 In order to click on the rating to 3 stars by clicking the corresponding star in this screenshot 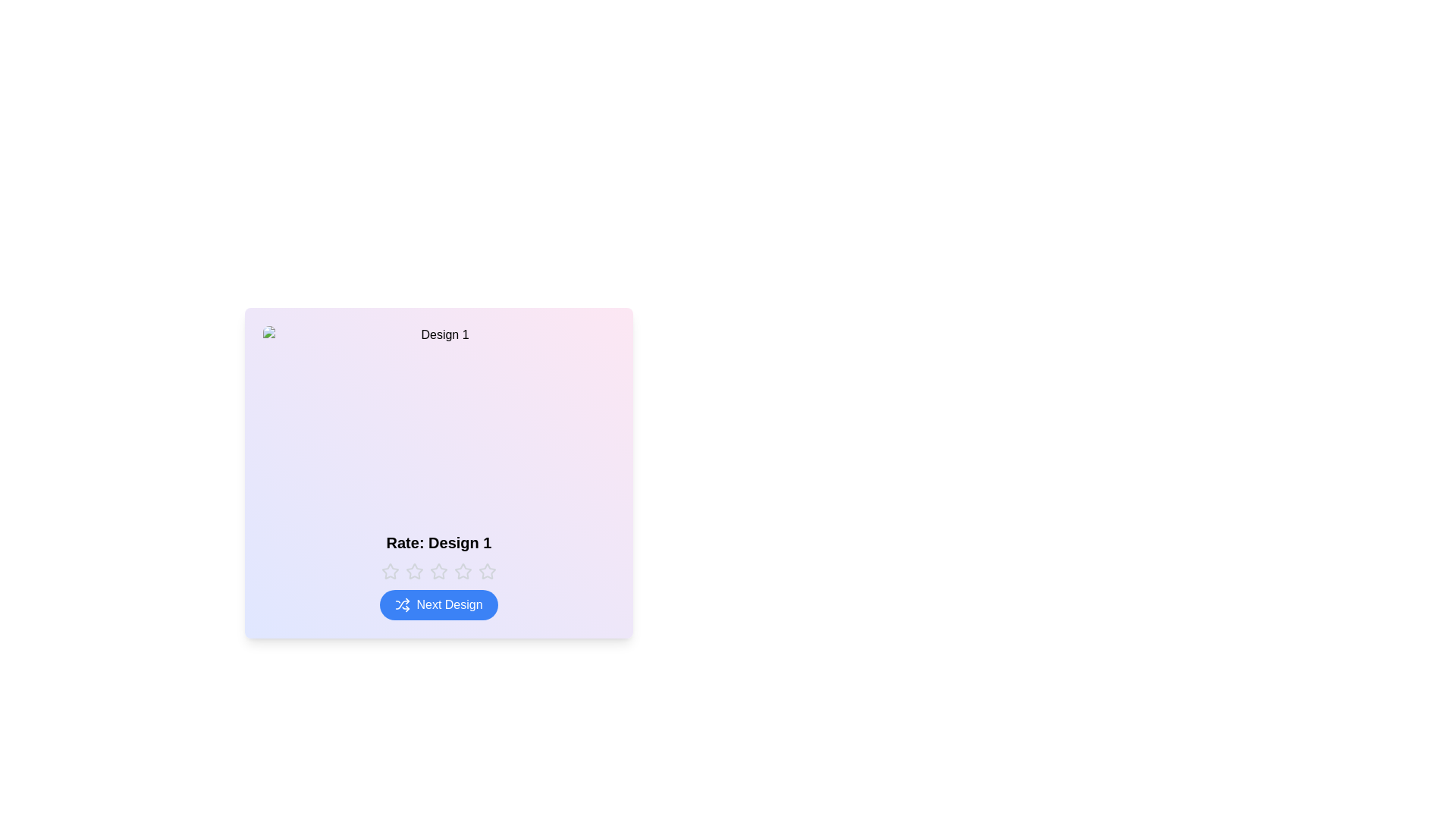, I will do `click(438, 571)`.